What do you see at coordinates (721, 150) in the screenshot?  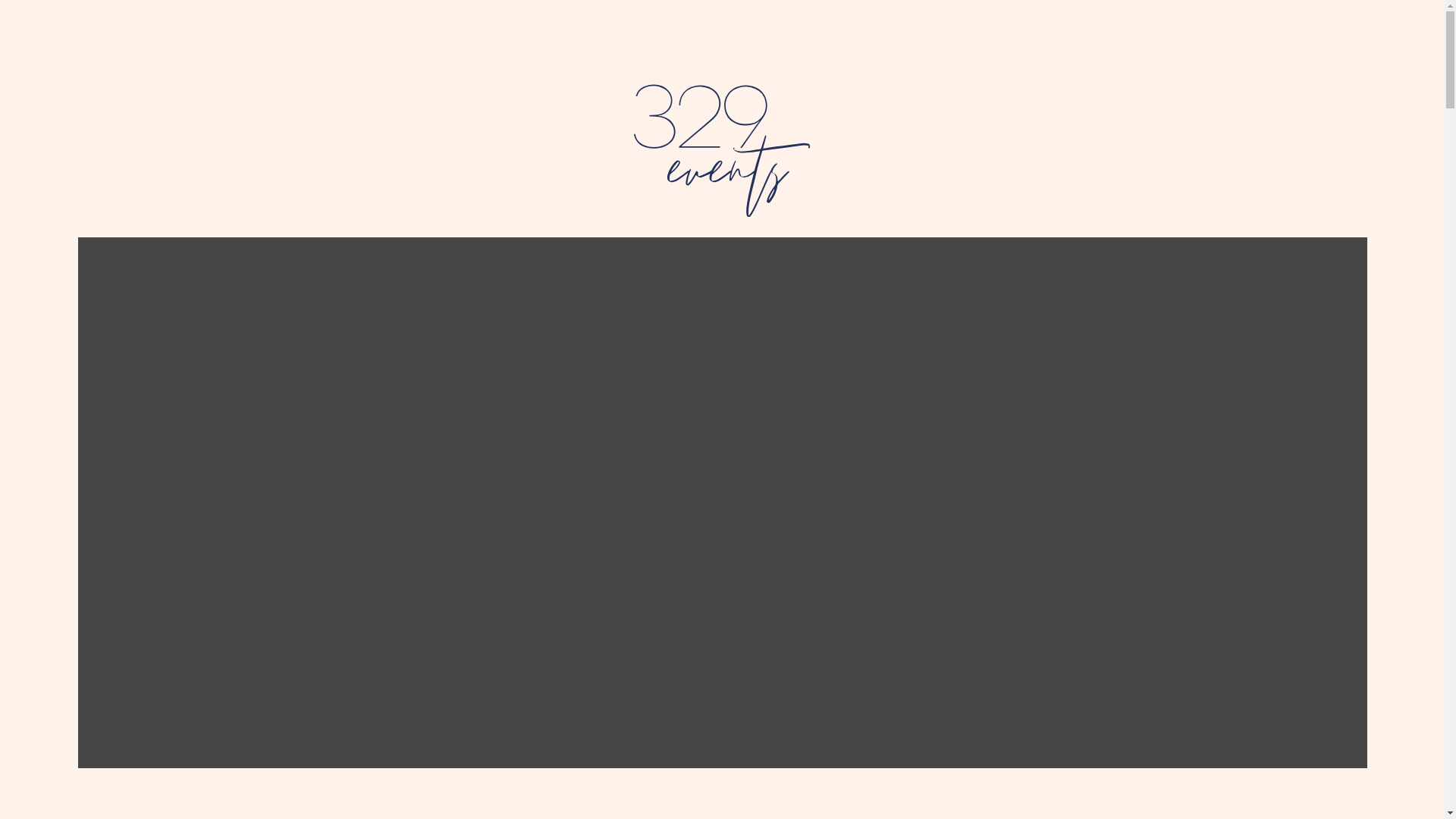 I see `'329events_Logo_175x232'` at bounding box center [721, 150].